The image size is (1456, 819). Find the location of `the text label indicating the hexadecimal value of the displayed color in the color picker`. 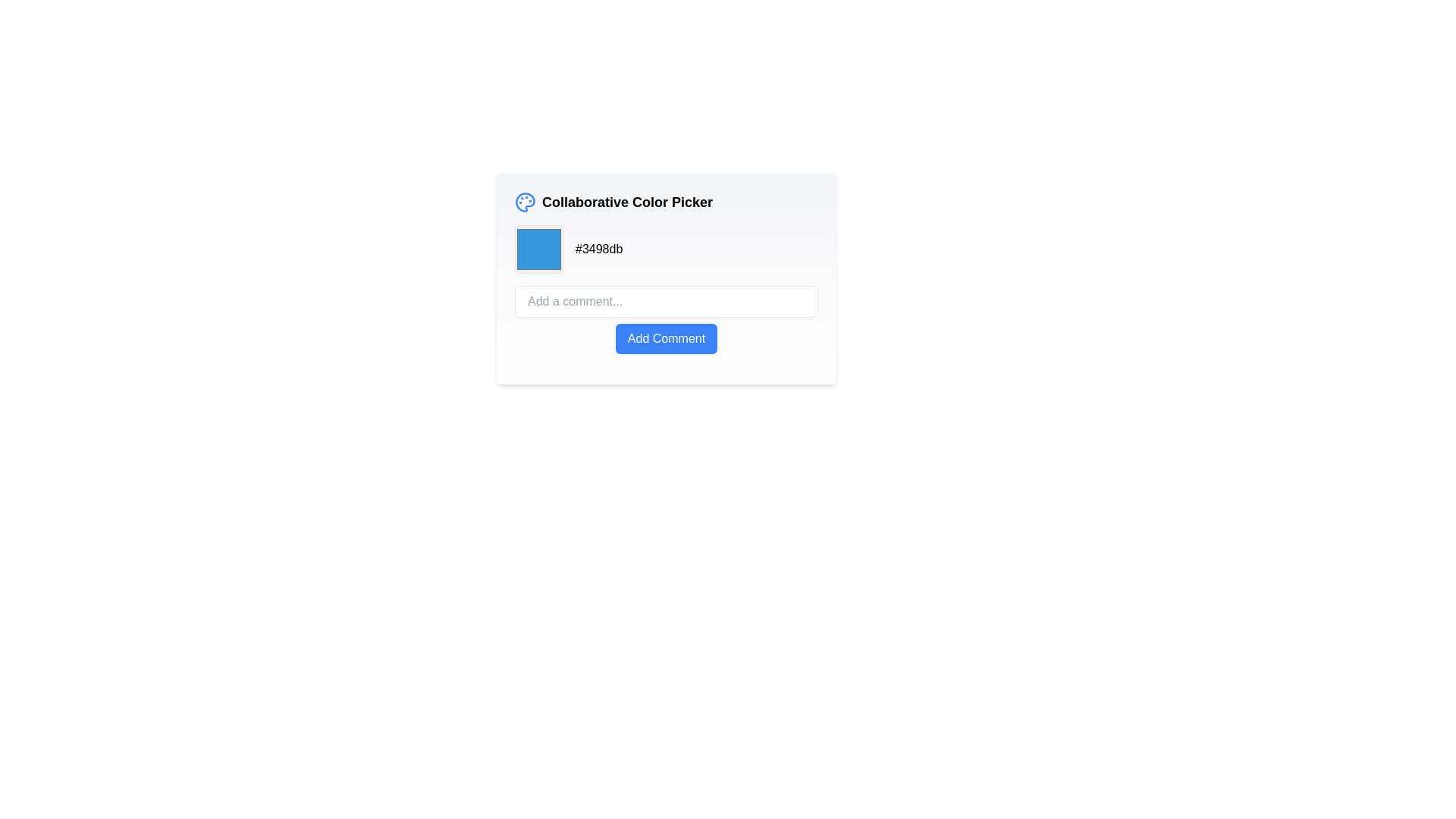

the text label indicating the hexadecimal value of the displayed color in the color picker is located at coordinates (598, 248).